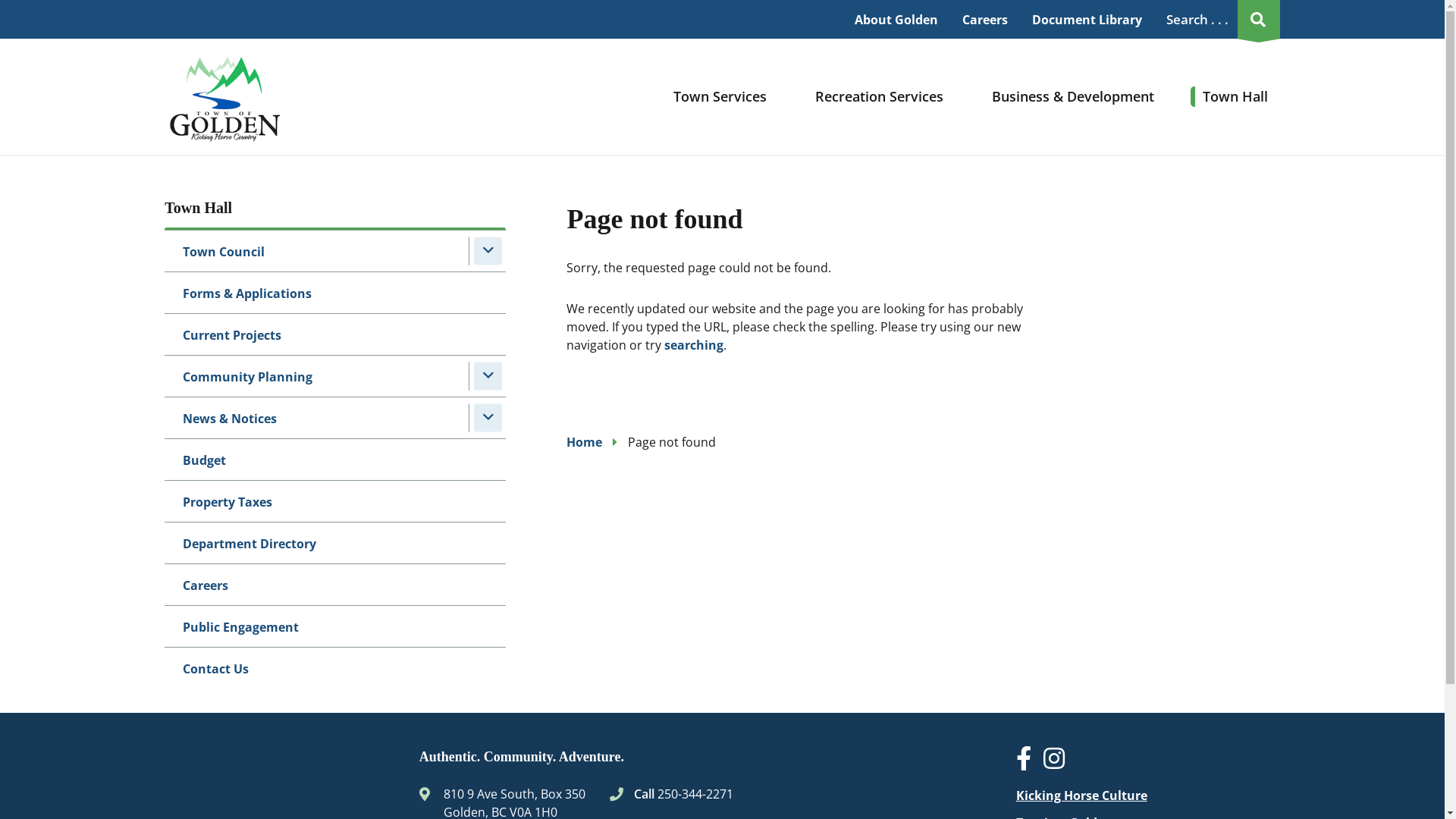 The image size is (1456, 819). What do you see at coordinates (693, 345) in the screenshot?
I see `'searching'` at bounding box center [693, 345].